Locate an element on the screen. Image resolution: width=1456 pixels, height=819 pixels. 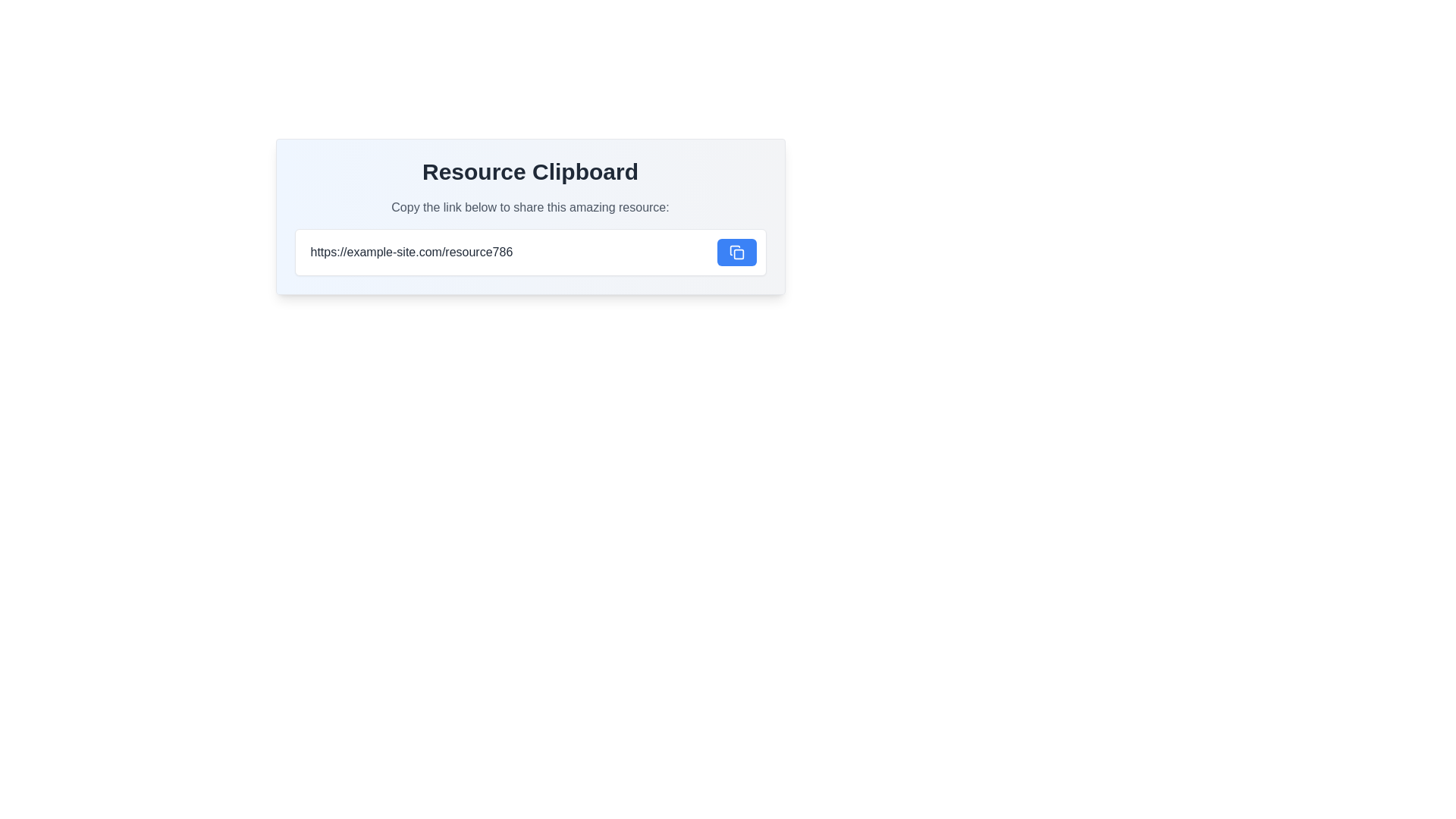
the button with an icon that copies the adjacent text box's content, which is positioned to the right of a URL text box is located at coordinates (736, 251).